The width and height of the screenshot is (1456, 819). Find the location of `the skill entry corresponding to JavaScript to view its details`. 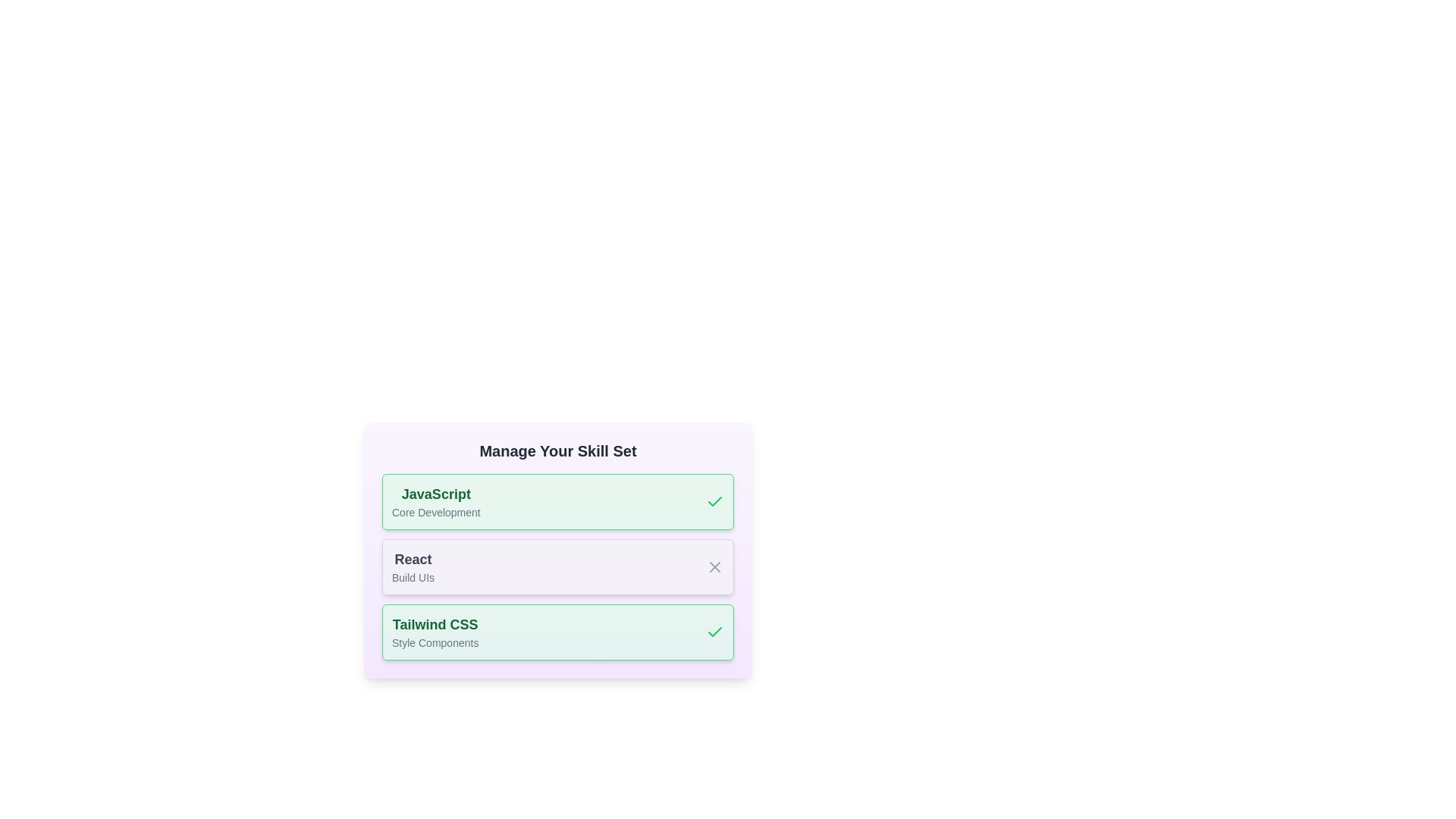

the skill entry corresponding to JavaScript to view its details is located at coordinates (435, 502).